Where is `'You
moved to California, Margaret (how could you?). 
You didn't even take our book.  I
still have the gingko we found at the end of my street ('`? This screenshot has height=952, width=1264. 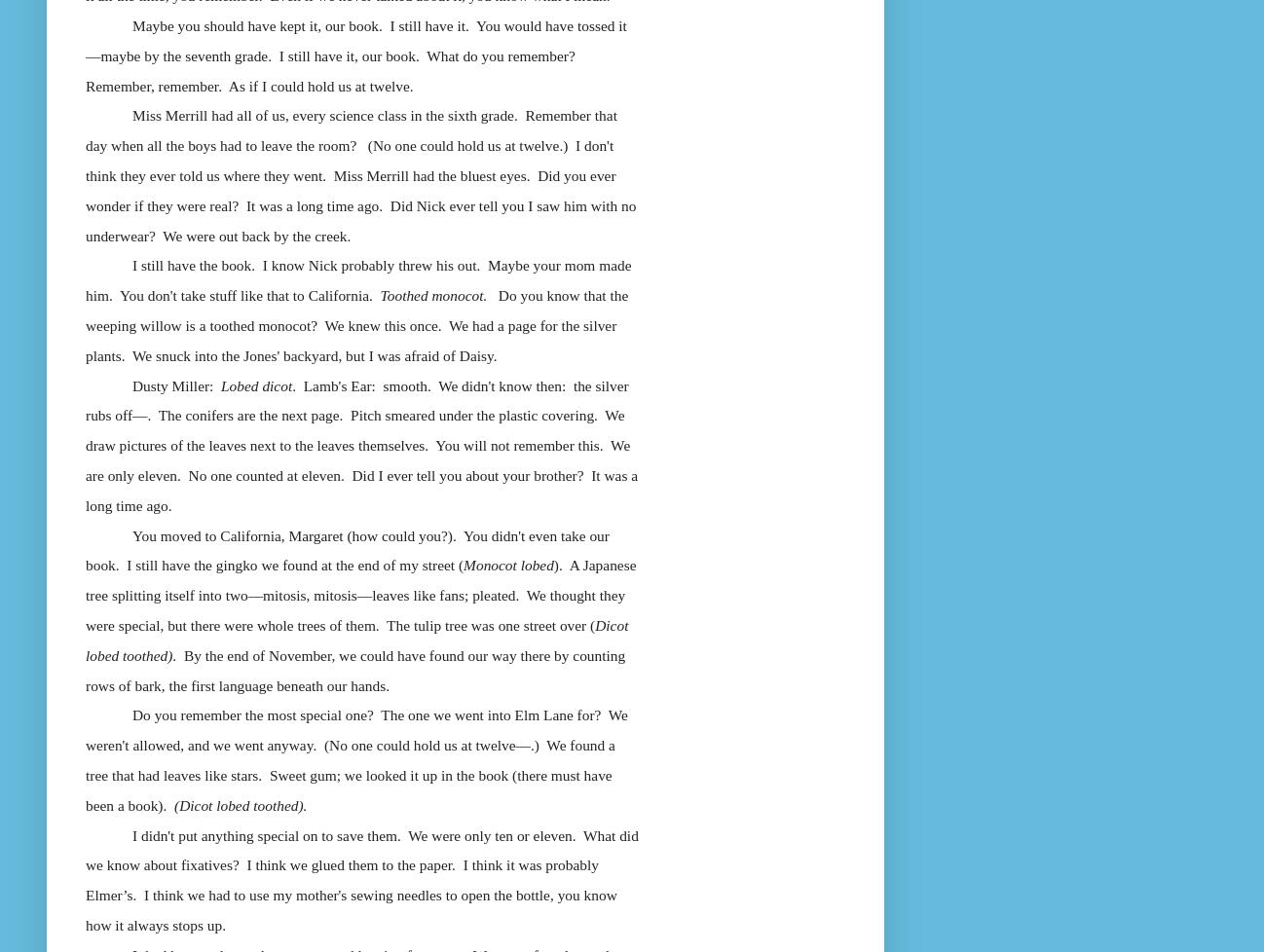 'You
moved to California, Margaret (how could you?). 
You didn't even take our book.  I
still have the gingko we found at the end of my street (' is located at coordinates (347, 549).